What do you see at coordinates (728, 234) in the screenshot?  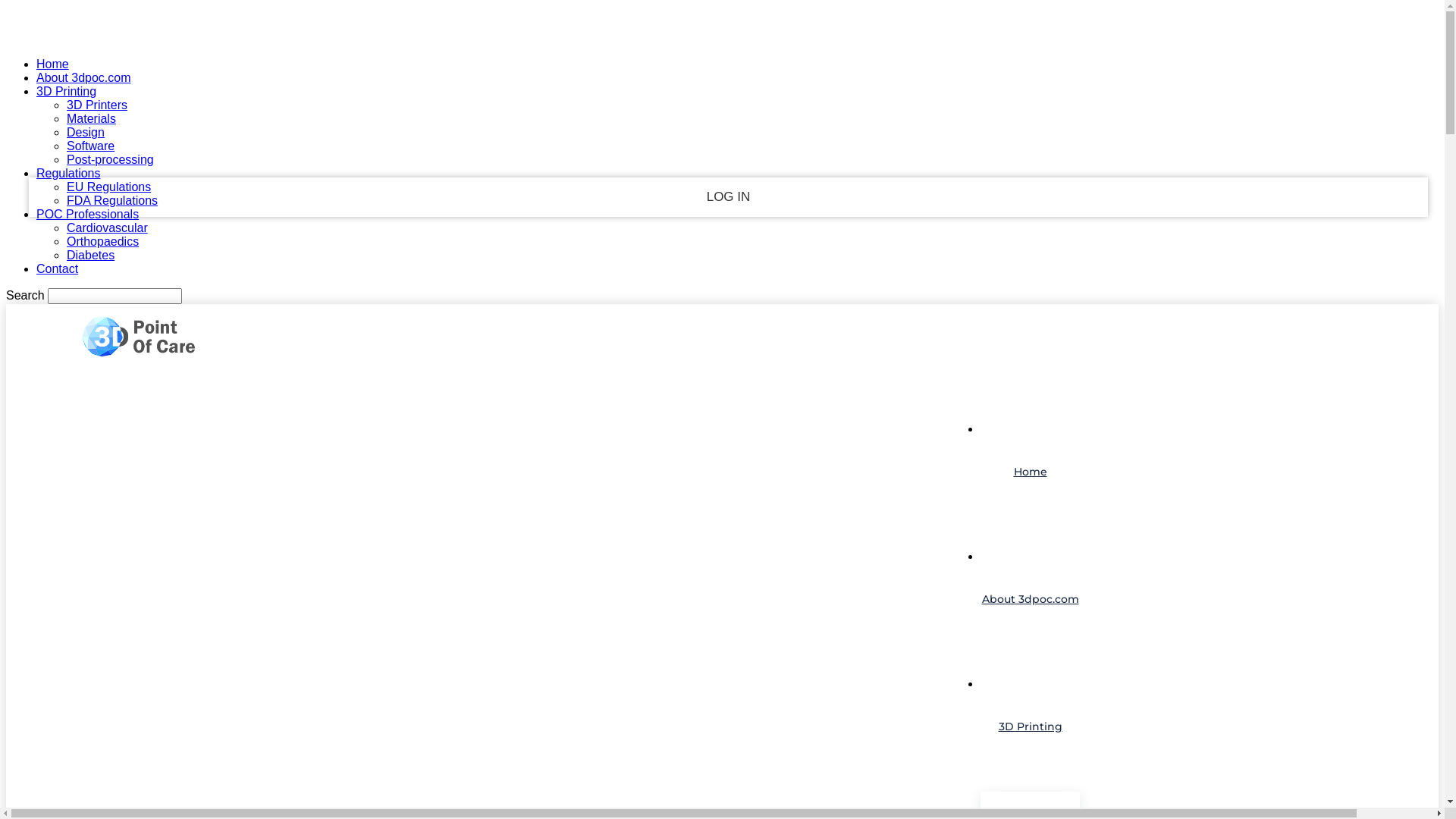 I see `'Forgot your password?'` at bounding box center [728, 234].